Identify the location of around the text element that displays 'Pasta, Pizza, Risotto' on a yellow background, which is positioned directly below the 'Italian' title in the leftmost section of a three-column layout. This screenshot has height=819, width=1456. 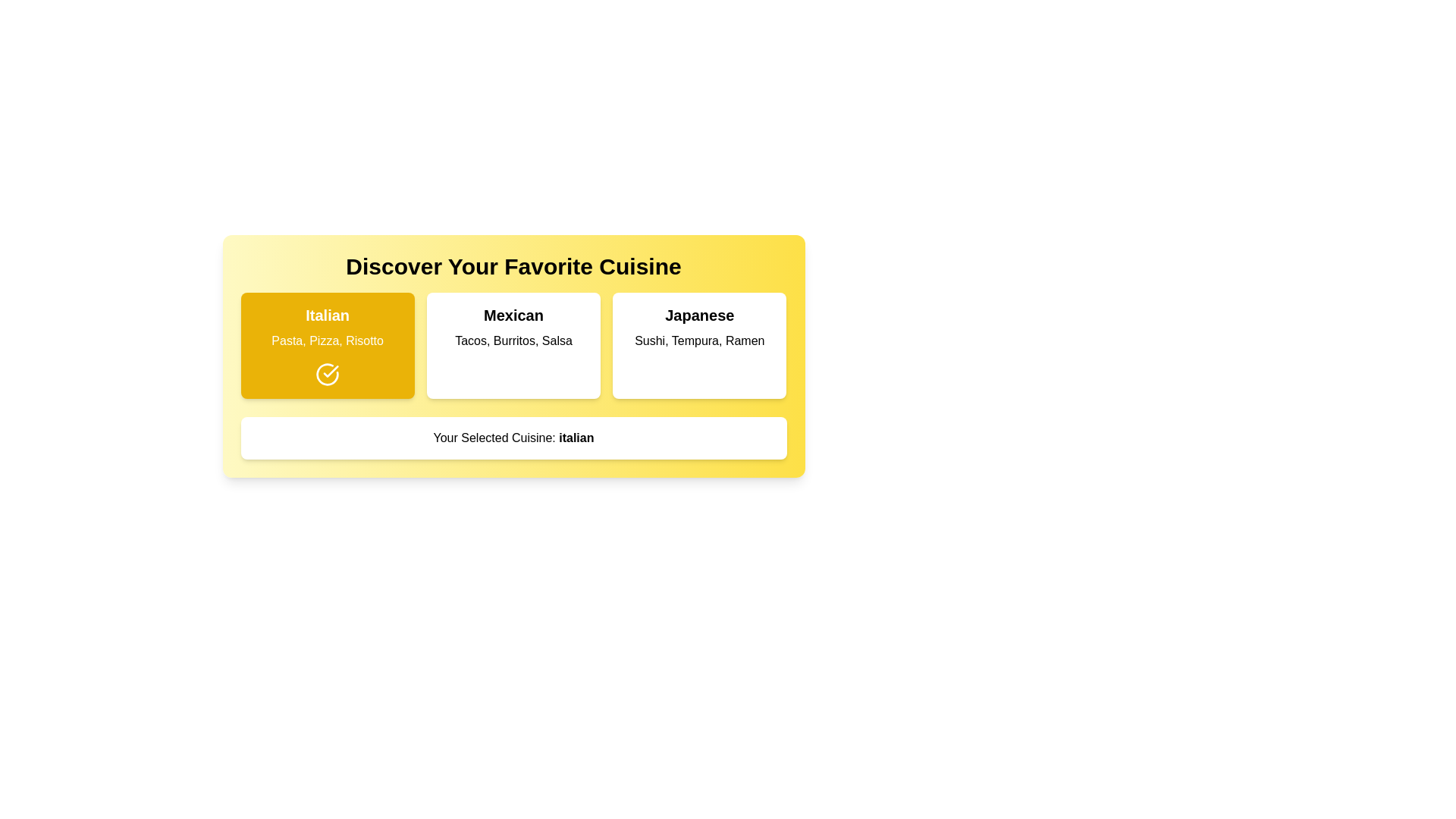
(327, 341).